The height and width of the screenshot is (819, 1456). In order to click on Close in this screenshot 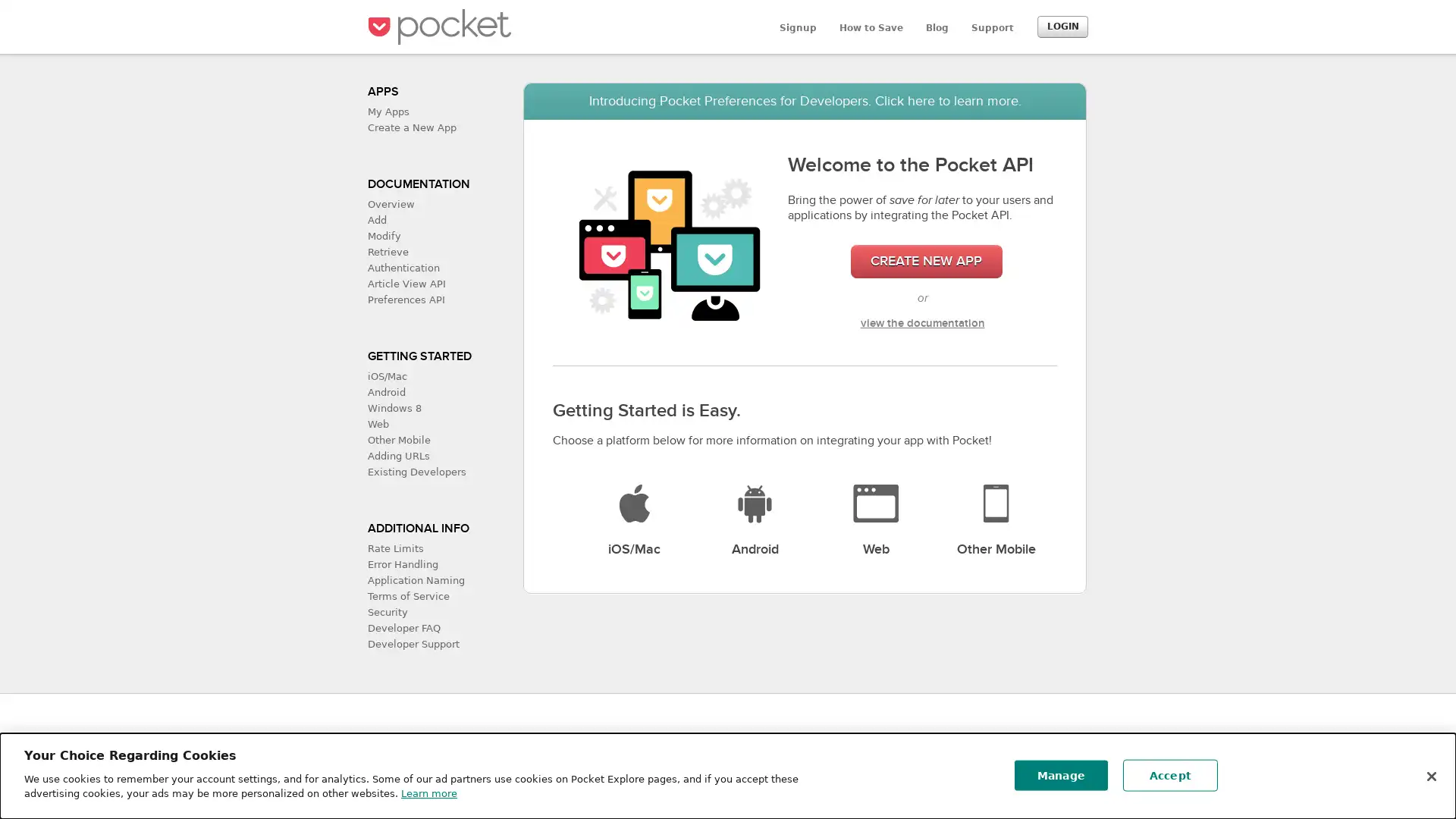, I will do `click(1430, 775)`.